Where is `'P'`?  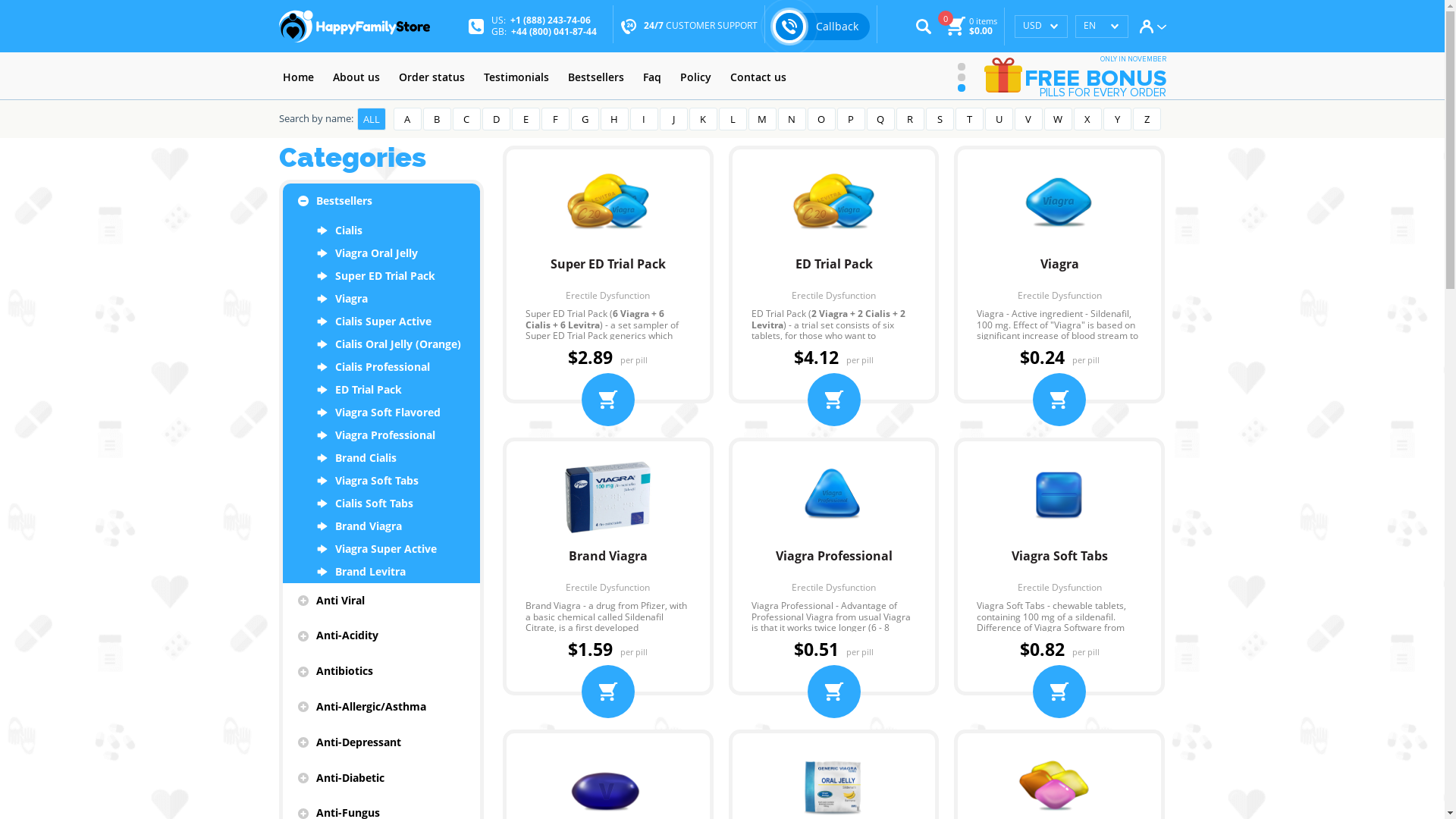
'P' is located at coordinates (851, 118).